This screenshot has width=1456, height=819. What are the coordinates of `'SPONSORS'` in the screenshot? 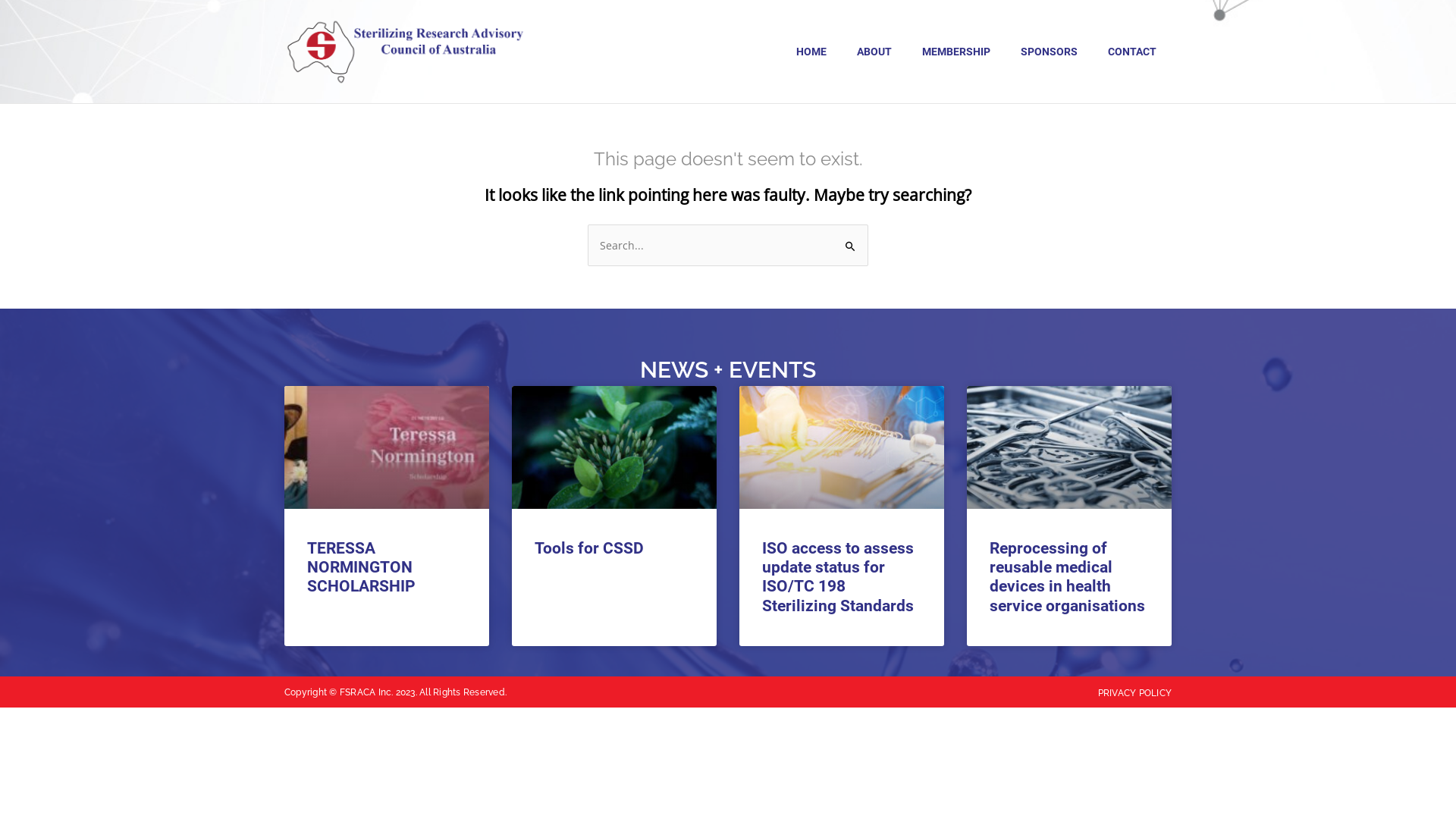 It's located at (1048, 51).